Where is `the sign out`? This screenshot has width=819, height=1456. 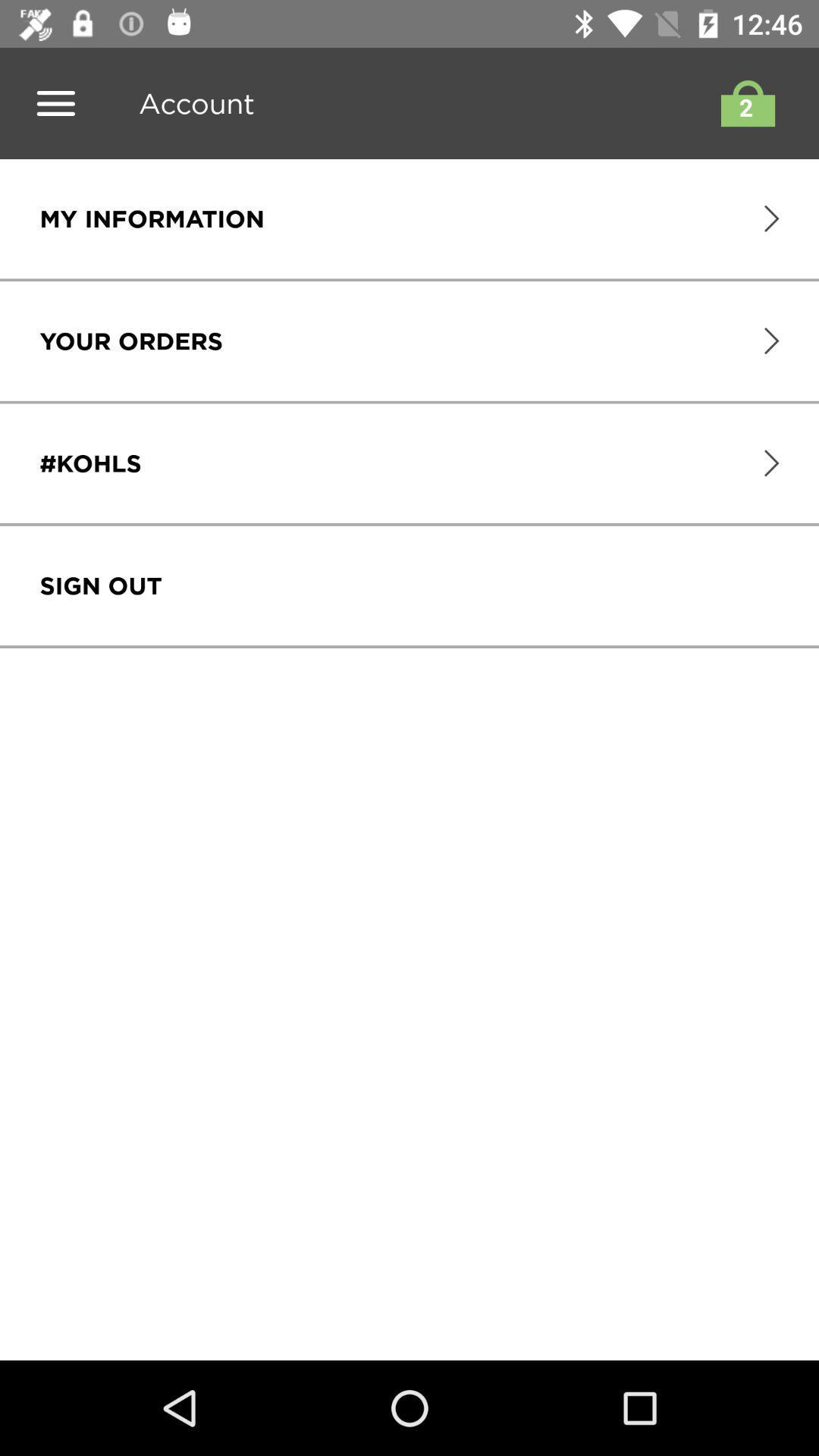
the sign out is located at coordinates (101, 585).